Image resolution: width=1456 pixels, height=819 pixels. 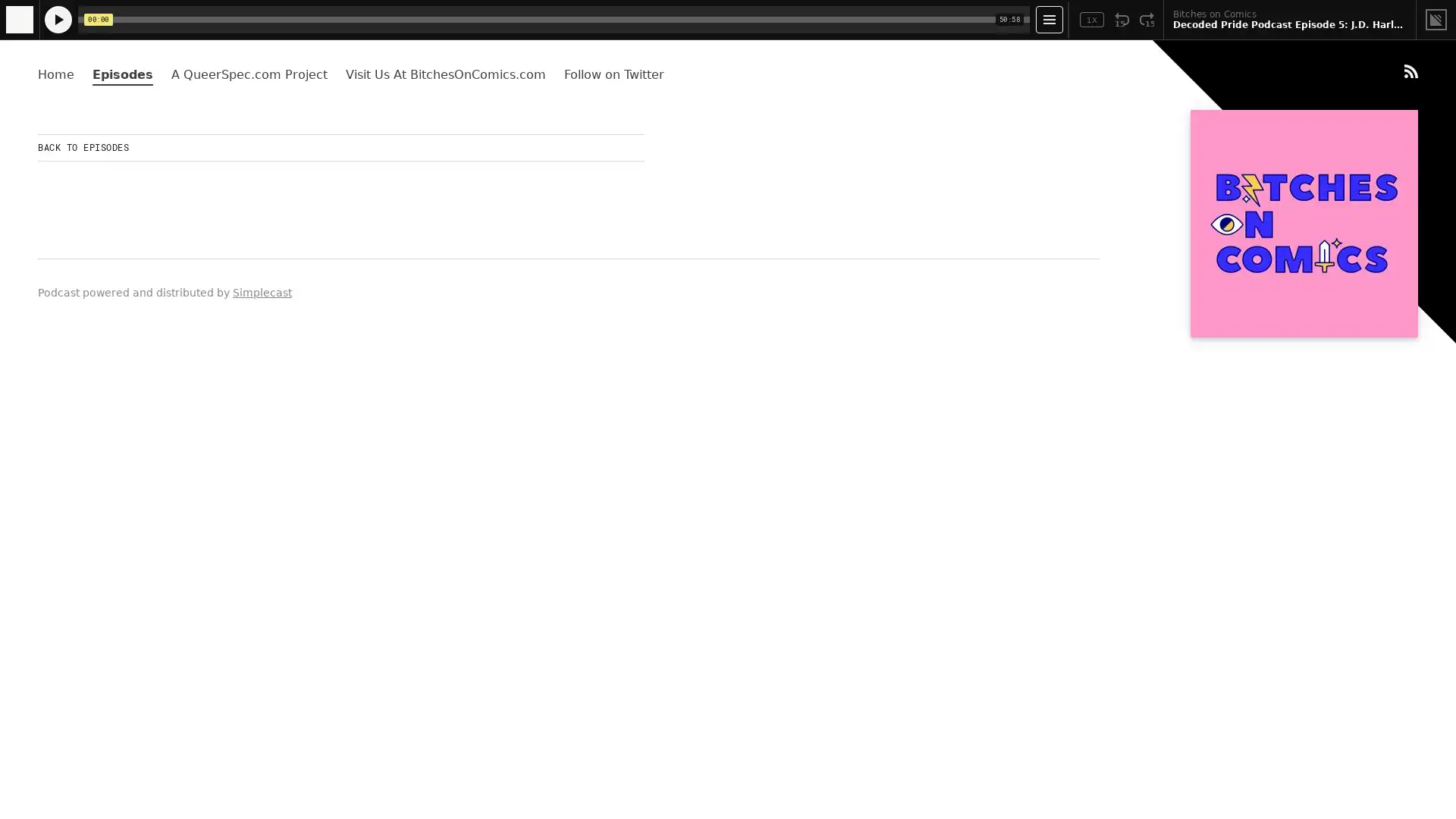 What do you see at coordinates (193, 203) in the screenshot?
I see `Play` at bounding box center [193, 203].